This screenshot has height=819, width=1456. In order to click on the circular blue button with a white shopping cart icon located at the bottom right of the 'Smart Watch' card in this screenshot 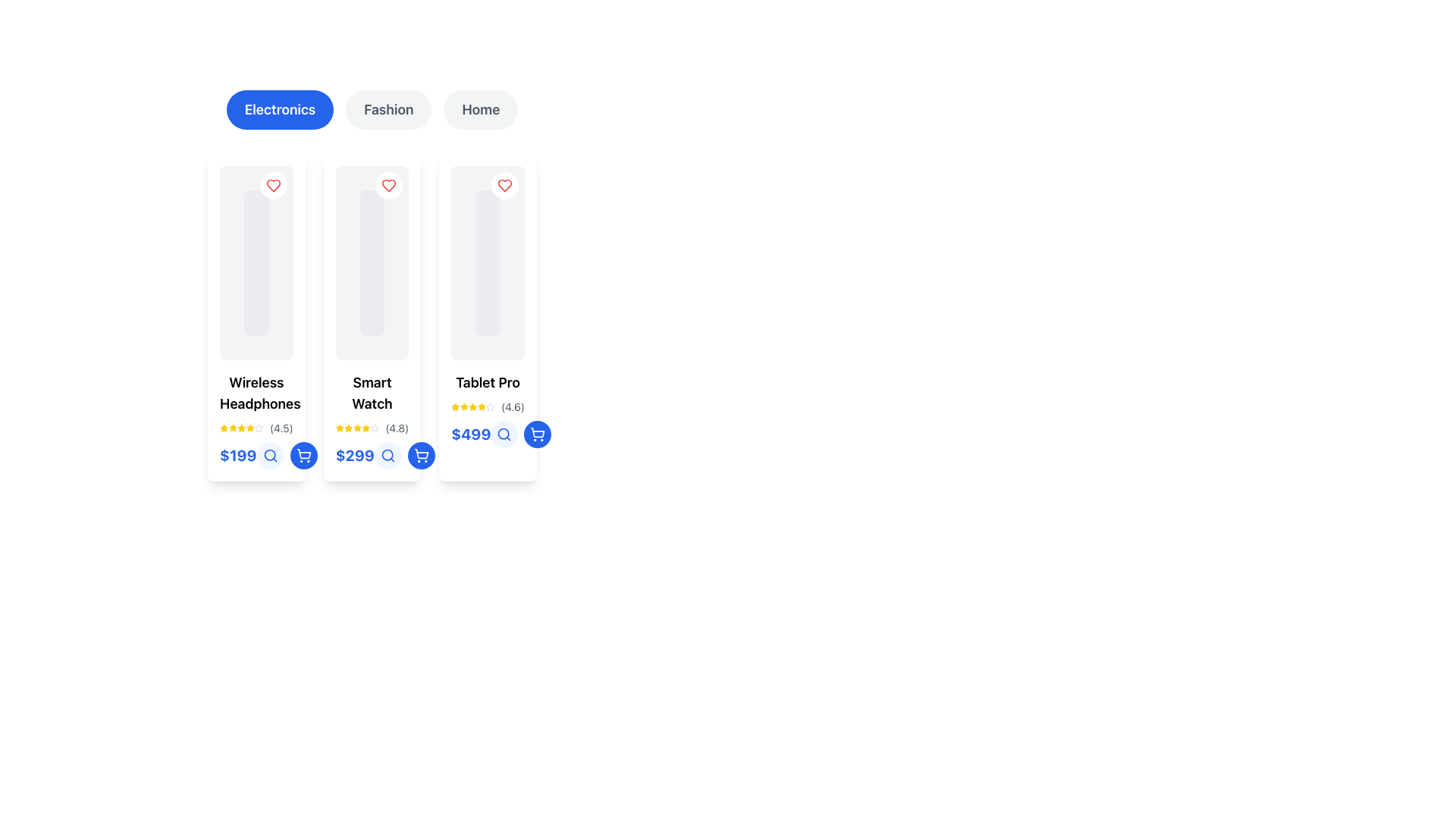, I will do `click(303, 455)`.